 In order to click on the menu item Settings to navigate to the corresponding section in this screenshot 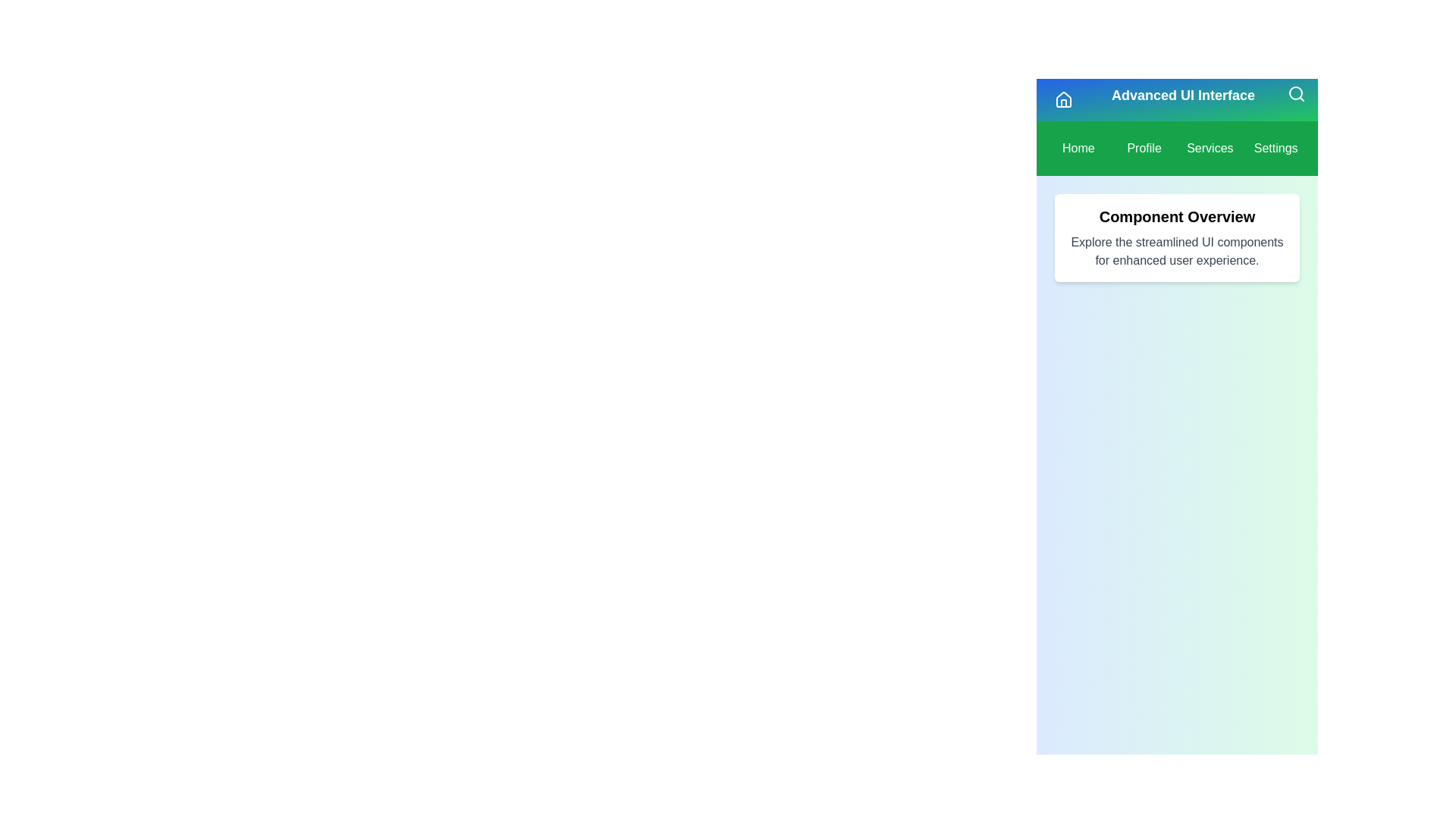, I will do `click(1275, 149)`.